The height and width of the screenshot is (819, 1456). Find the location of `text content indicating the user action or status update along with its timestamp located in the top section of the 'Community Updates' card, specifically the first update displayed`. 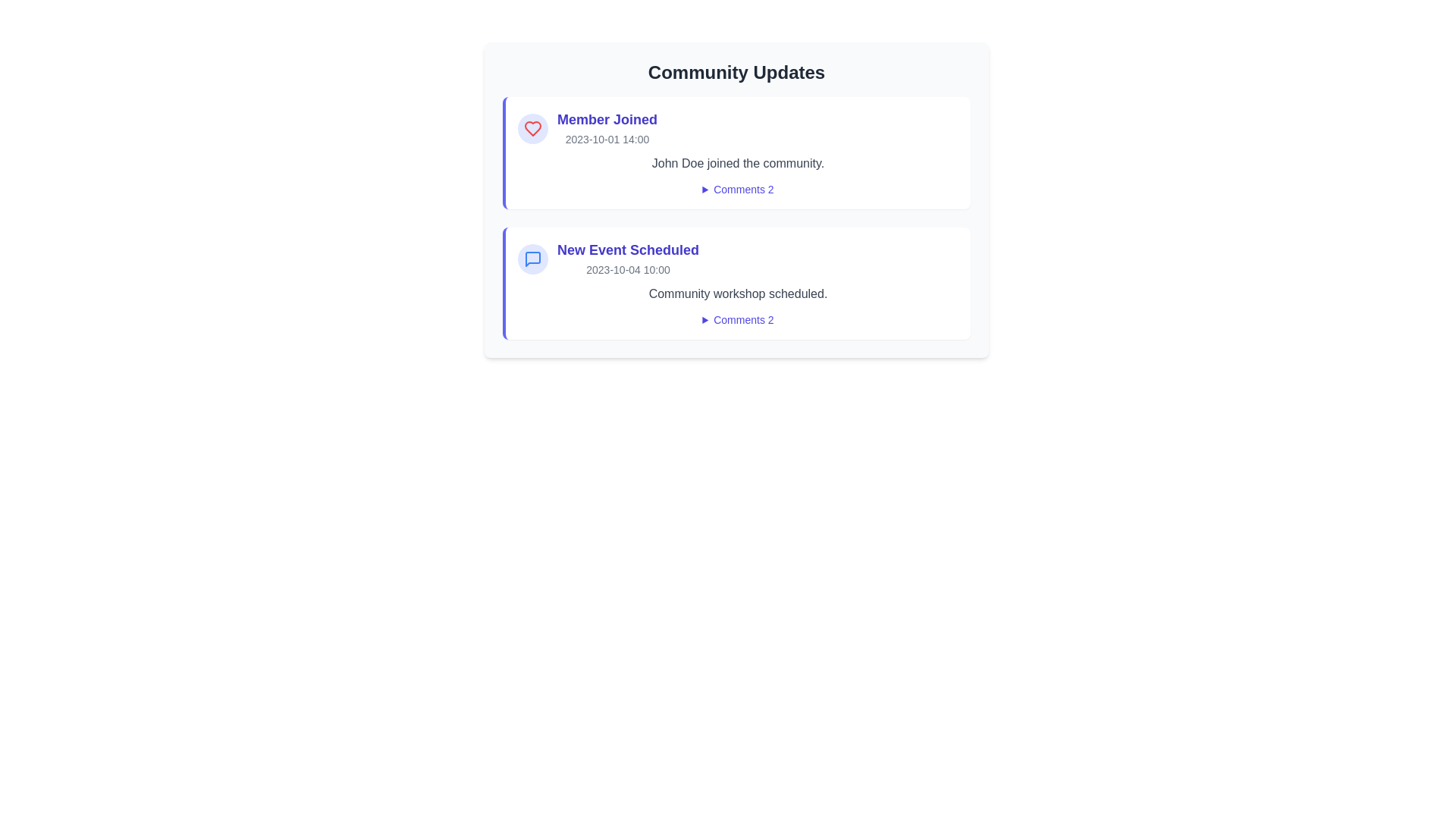

text content indicating the user action or status update along with its timestamp located in the top section of the 'Community Updates' card, specifically the first update displayed is located at coordinates (607, 127).